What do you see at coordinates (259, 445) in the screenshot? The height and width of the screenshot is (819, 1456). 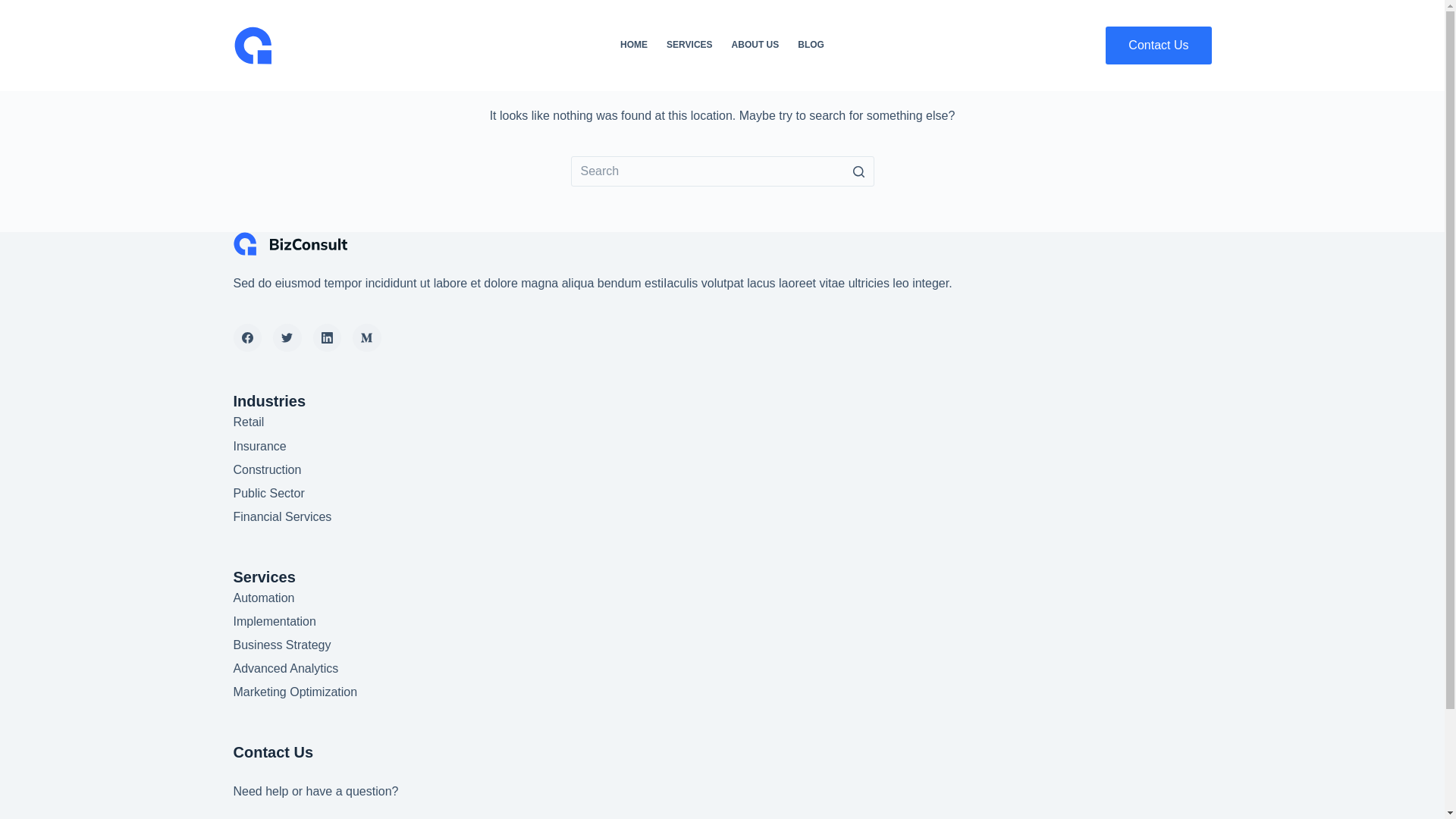 I see `'Insurance'` at bounding box center [259, 445].